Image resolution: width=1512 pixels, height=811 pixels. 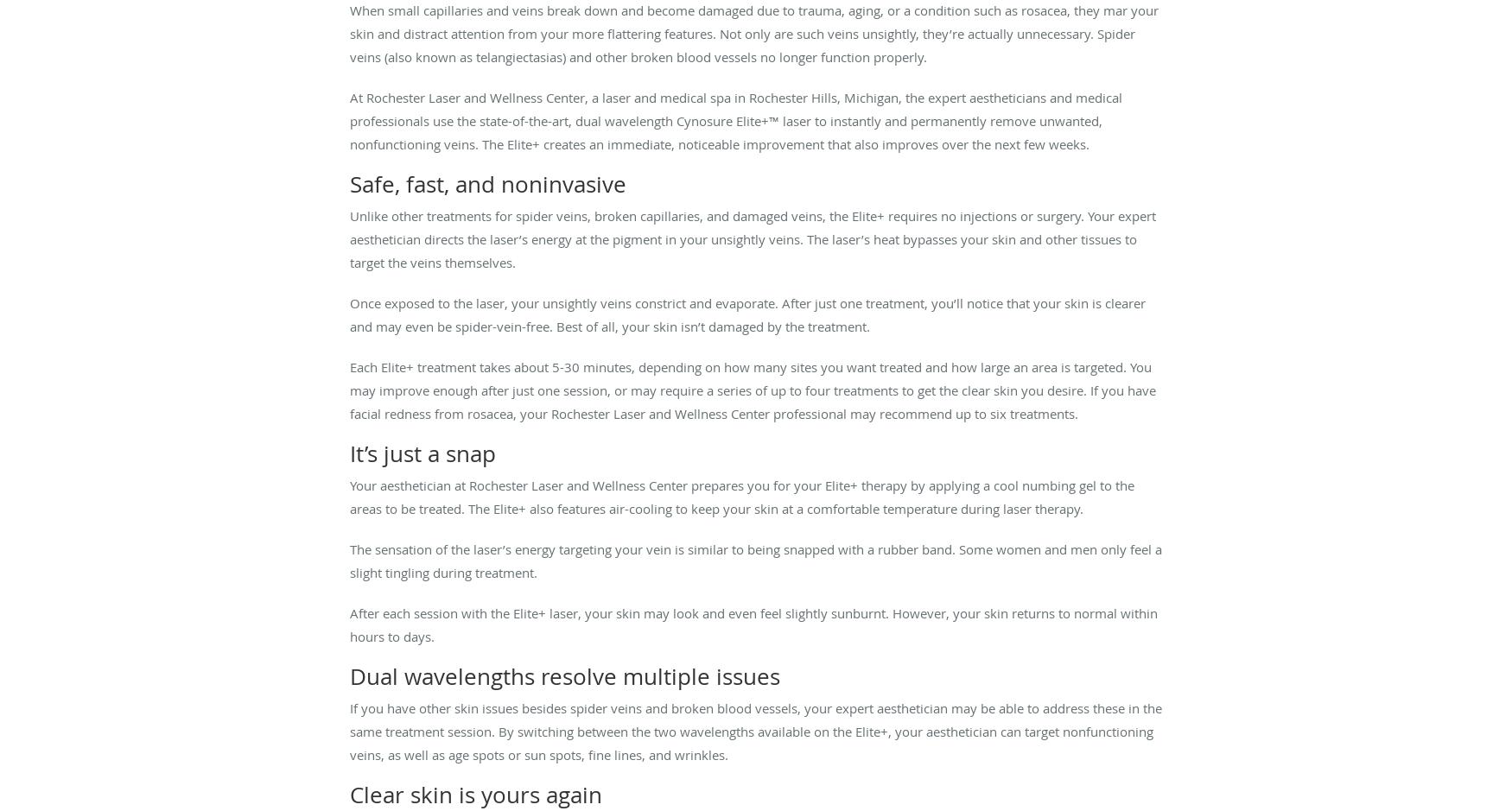 What do you see at coordinates (756, 730) in the screenshot?
I see `'If you have other skin issues besides spider veins and broken blood vessels, your expert aesthetician may be able to address these in the same treatment session. By switching between the two wavelengths available on the Elite+, your aesthetician can target nonfunctioning veins, as well as age spots or sun spots, fine lines, and wrinkles.'` at bounding box center [756, 730].